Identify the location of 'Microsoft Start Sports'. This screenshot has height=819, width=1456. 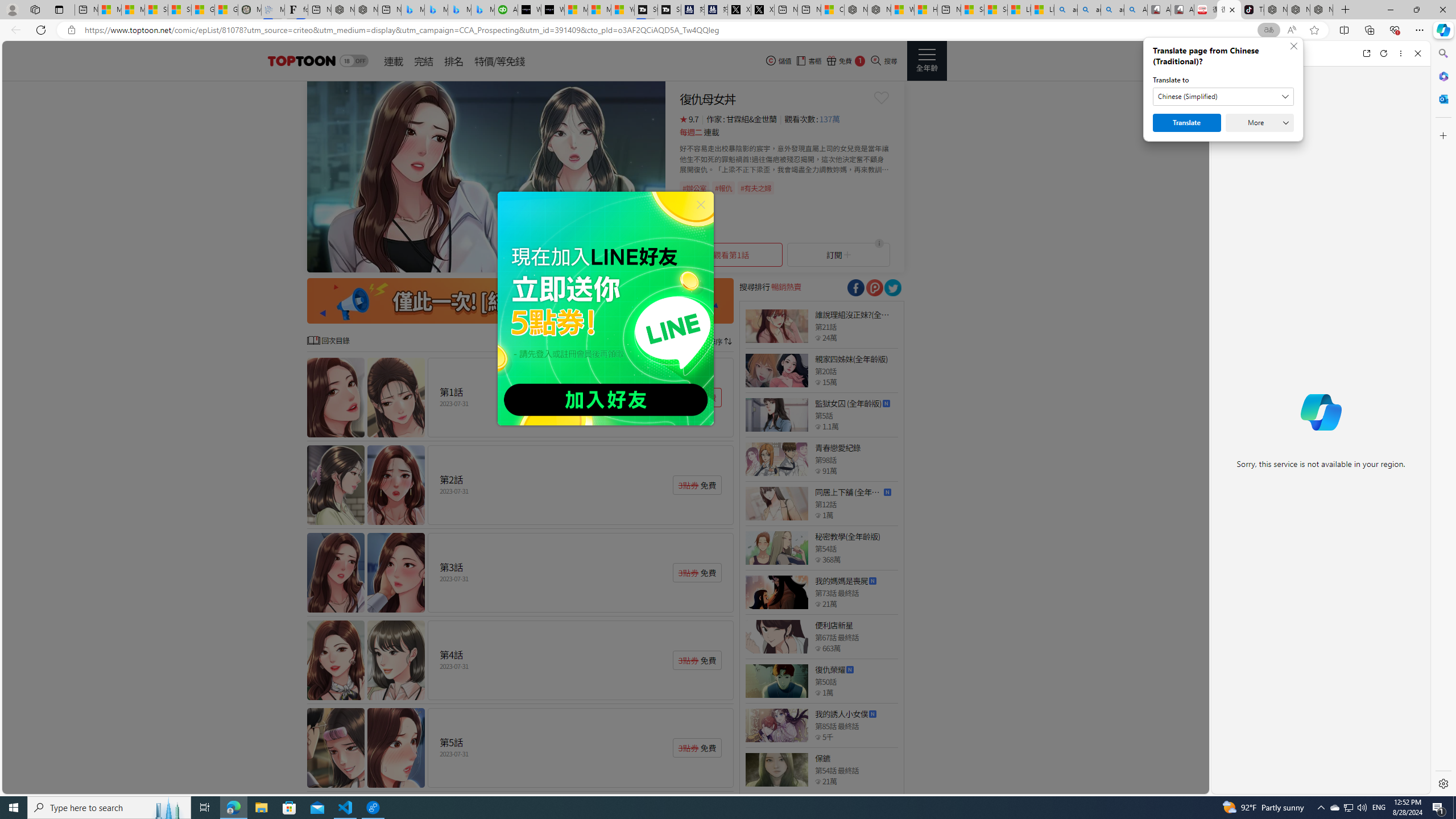
(575, 9).